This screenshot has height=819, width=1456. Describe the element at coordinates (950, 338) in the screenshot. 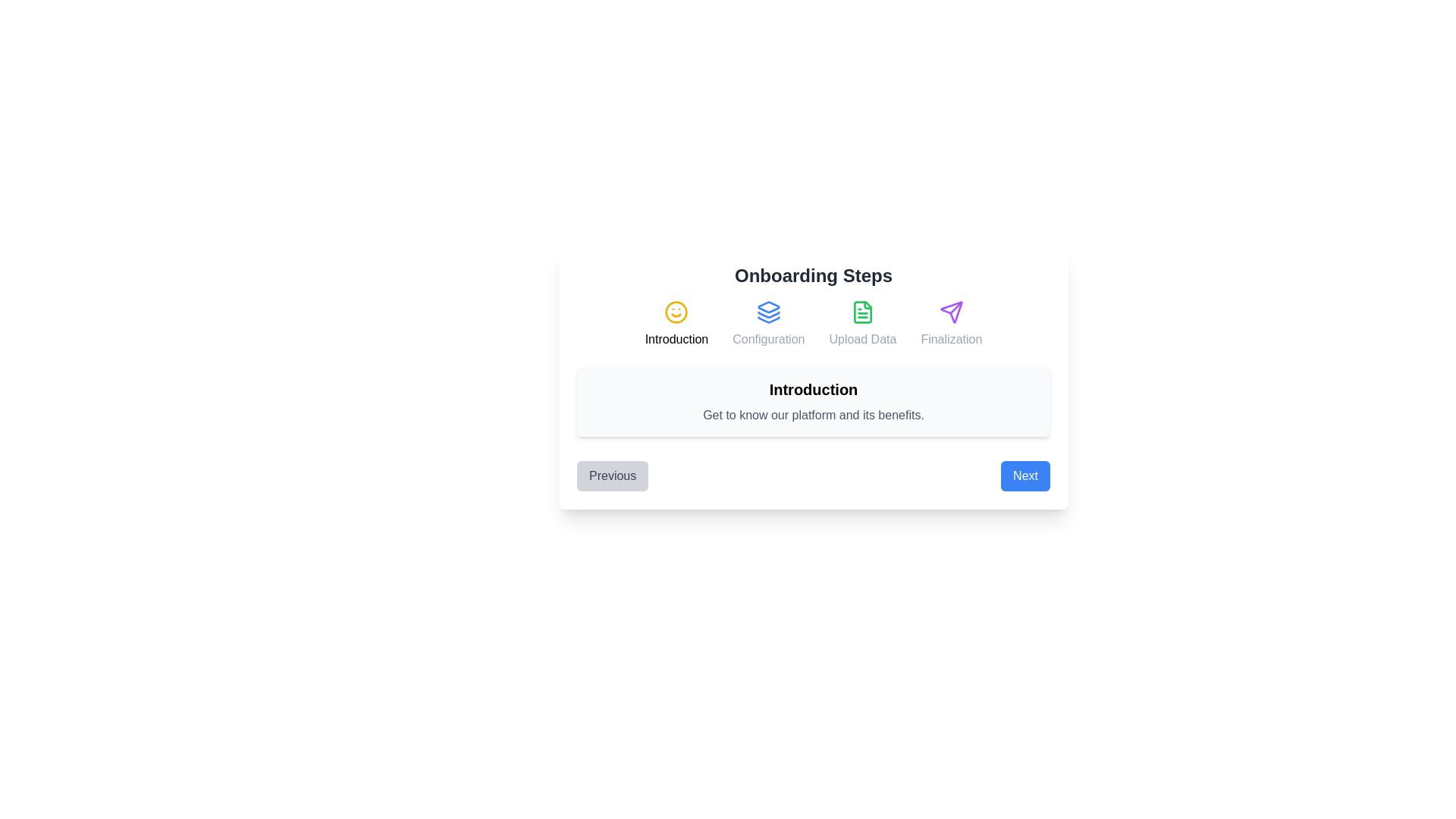

I see `the 'Finalization' text label element, which is styled with a medium weight font in gray color and indicates a step in a process, positioned below an arrow icon` at that location.